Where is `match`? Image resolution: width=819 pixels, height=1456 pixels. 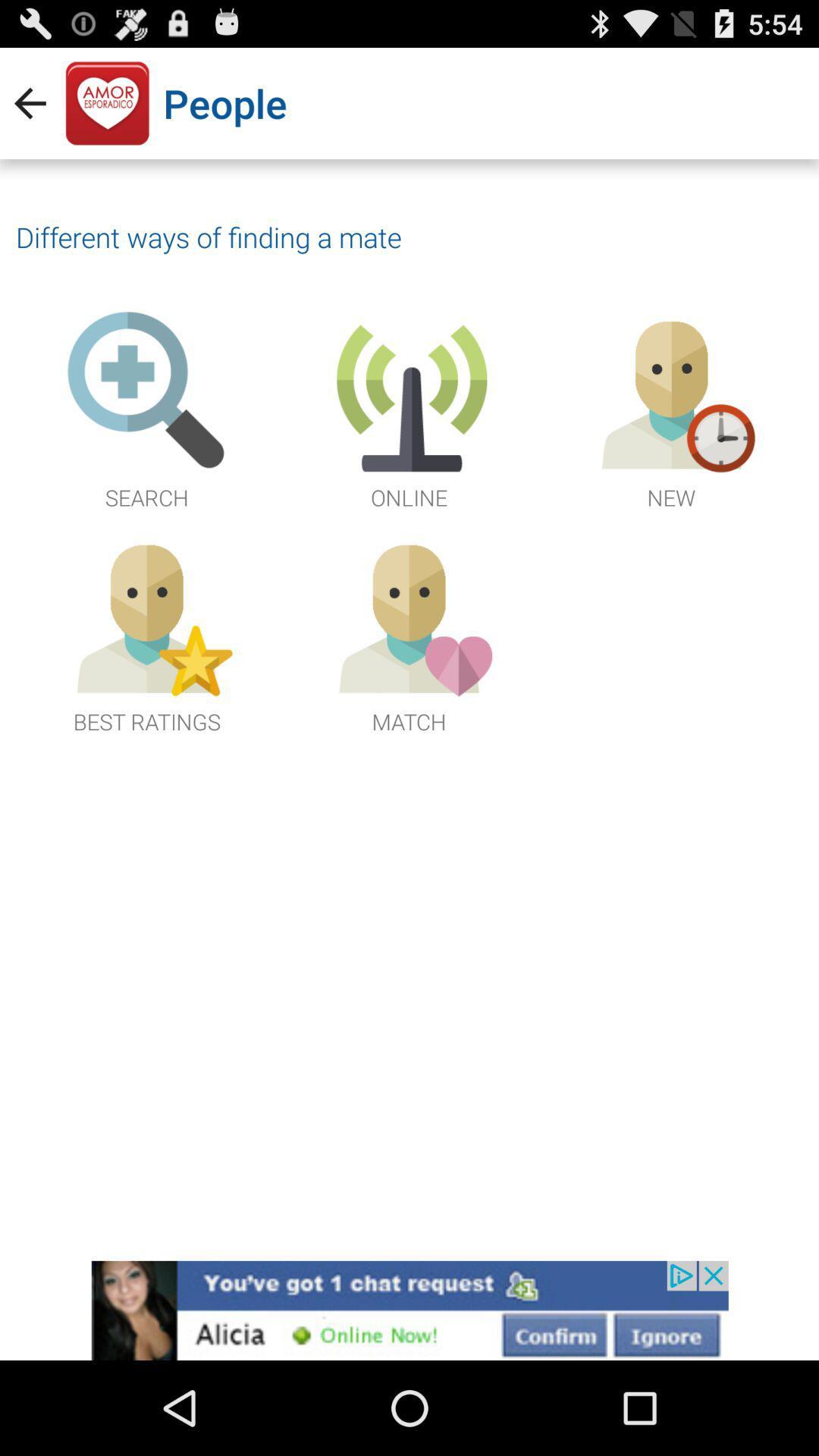
match is located at coordinates (408, 634).